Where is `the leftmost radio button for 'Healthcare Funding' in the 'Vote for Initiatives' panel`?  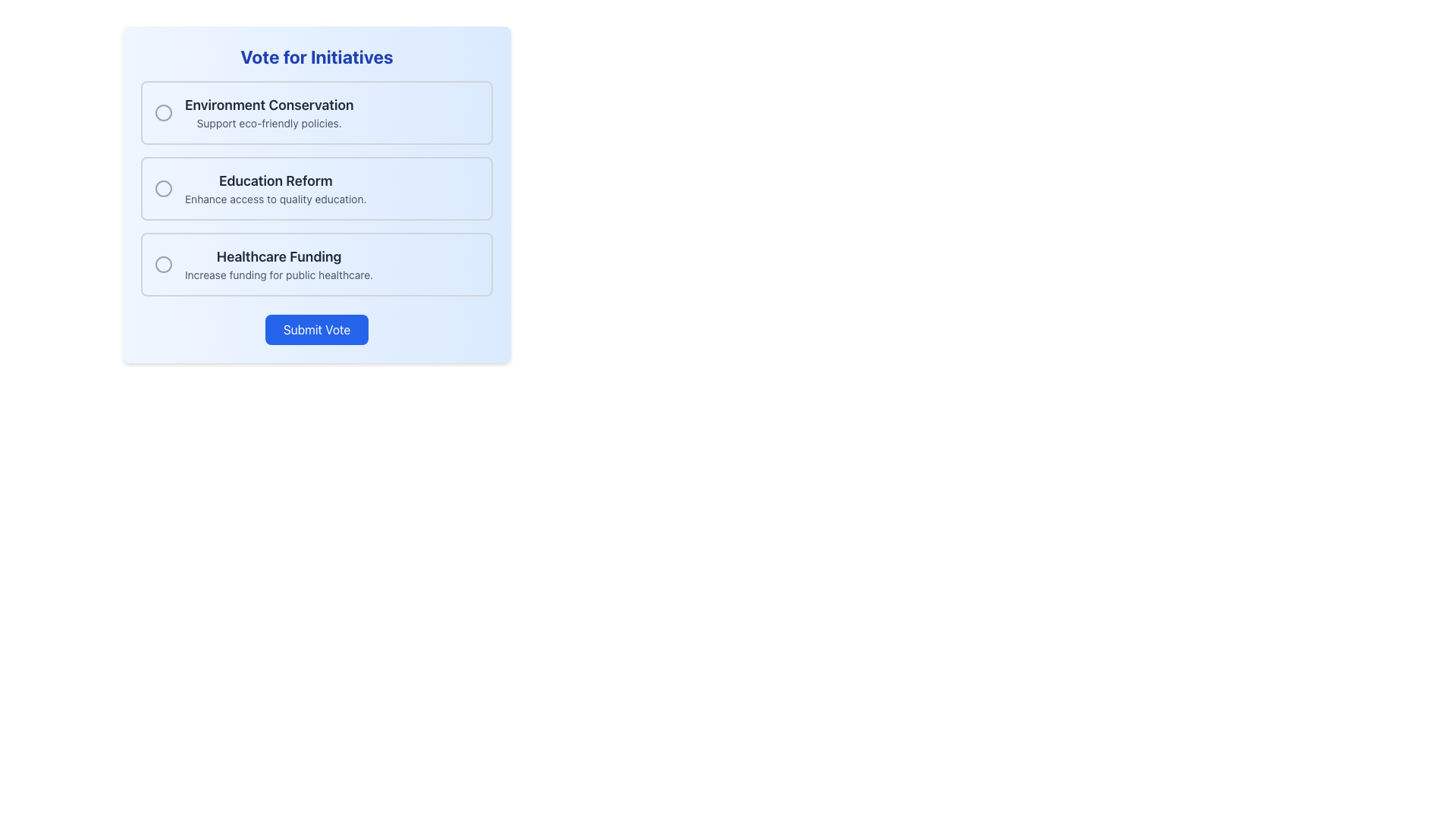
the leftmost radio button for 'Healthcare Funding' in the 'Vote for Initiatives' panel is located at coordinates (164, 263).